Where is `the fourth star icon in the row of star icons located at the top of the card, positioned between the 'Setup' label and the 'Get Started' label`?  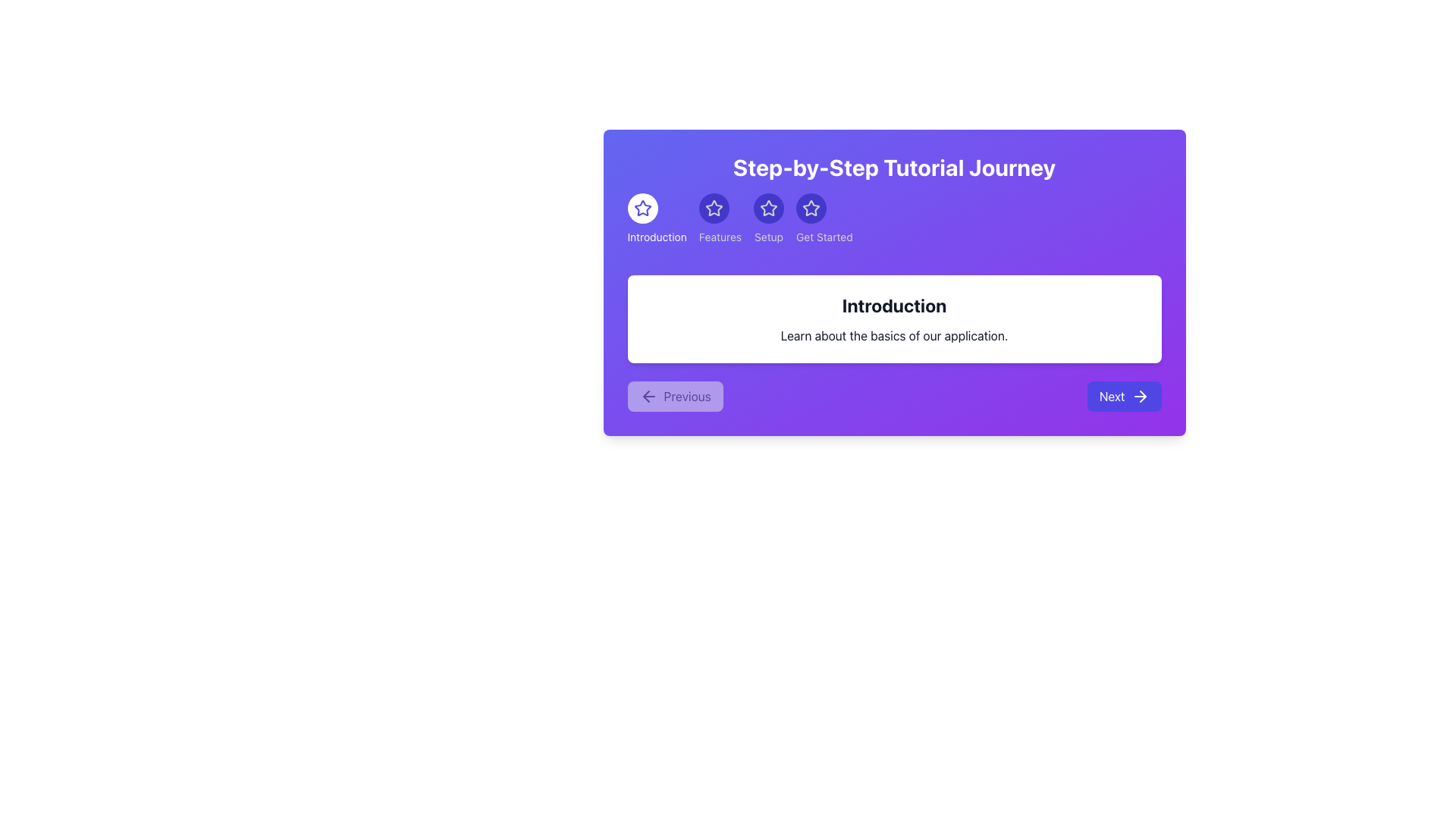
the fourth star icon in the row of star icons located at the top of the card, positioned between the 'Setup' label and the 'Get Started' label is located at coordinates (811, 208).